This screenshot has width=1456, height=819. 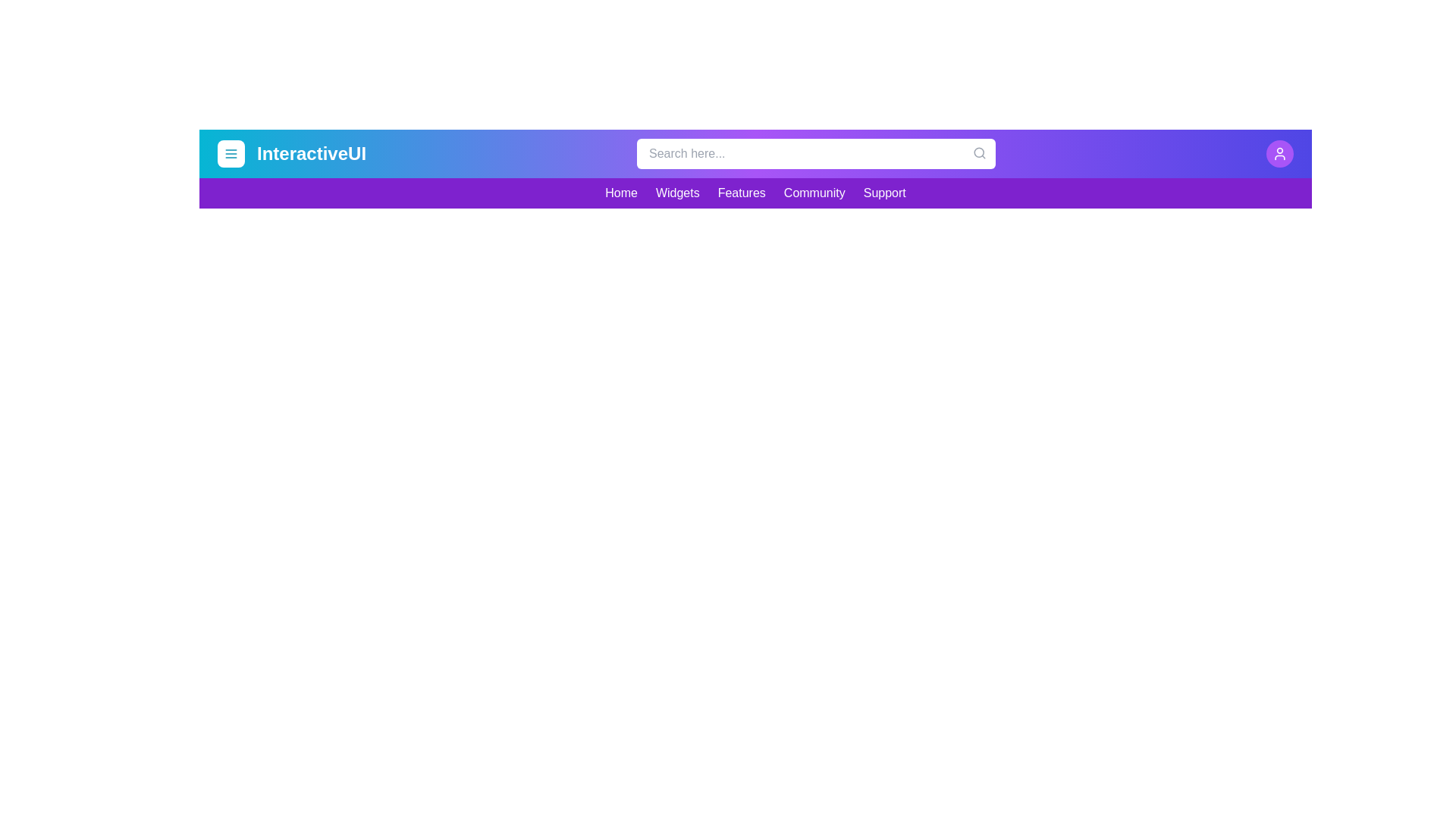 What do you see at coordinates (979, 152) in the screenshot?
I see `the search icon located at the right edge of the search bar` at bounding box center [979, 152].